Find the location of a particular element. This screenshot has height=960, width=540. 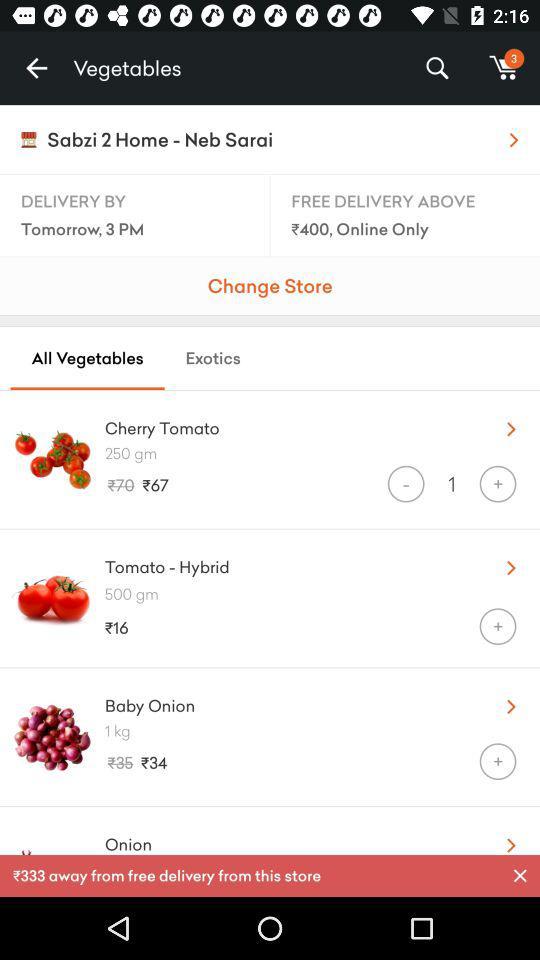

the item to the left of the vegetables item is located at coordinates (36, 68).